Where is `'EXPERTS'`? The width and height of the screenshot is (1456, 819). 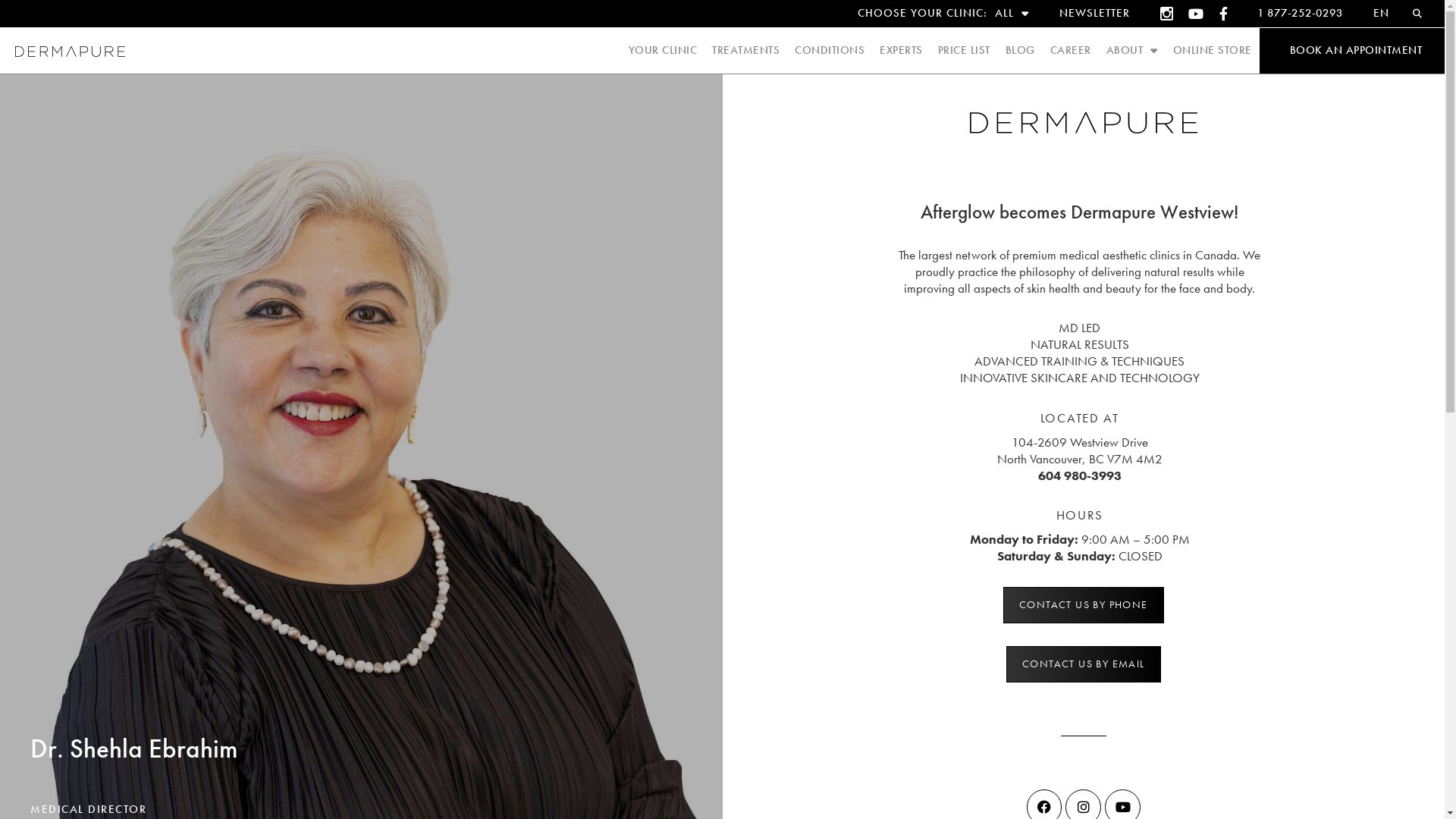 'EXPERTS' is located at coordinates (901, 49).